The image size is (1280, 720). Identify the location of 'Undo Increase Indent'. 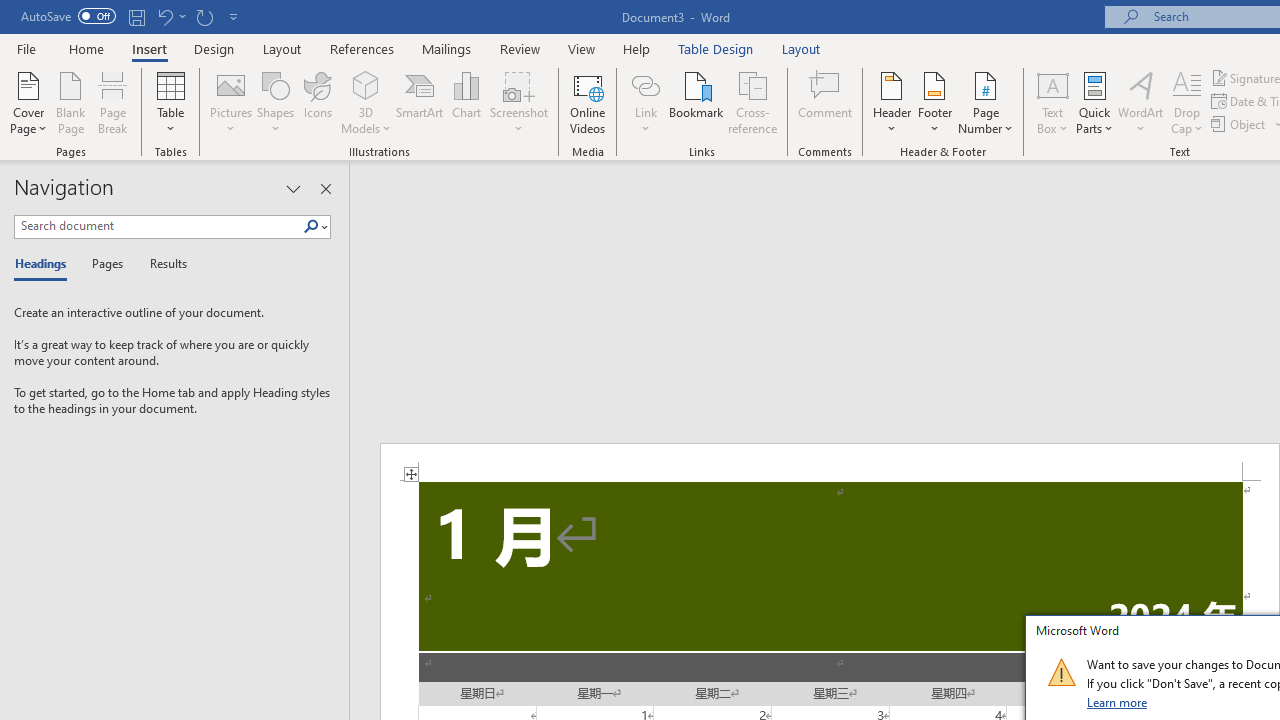
(164, 16).